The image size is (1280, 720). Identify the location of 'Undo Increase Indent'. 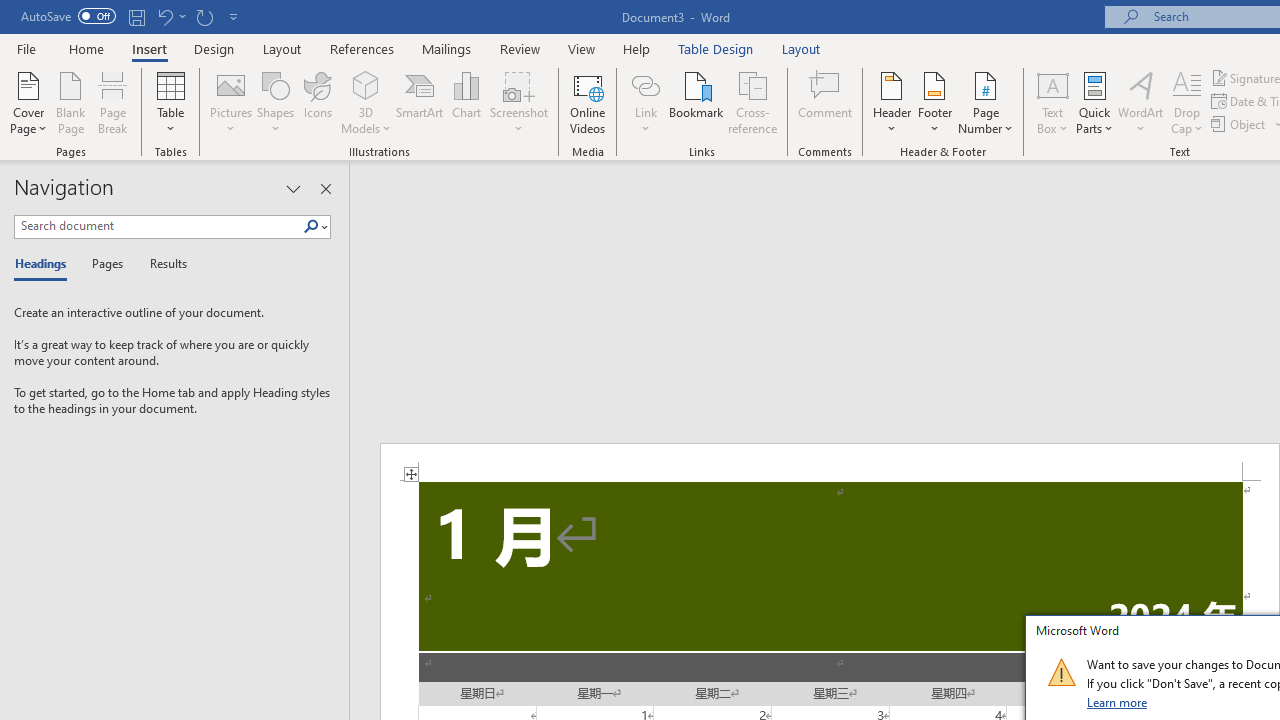
(164, 16).